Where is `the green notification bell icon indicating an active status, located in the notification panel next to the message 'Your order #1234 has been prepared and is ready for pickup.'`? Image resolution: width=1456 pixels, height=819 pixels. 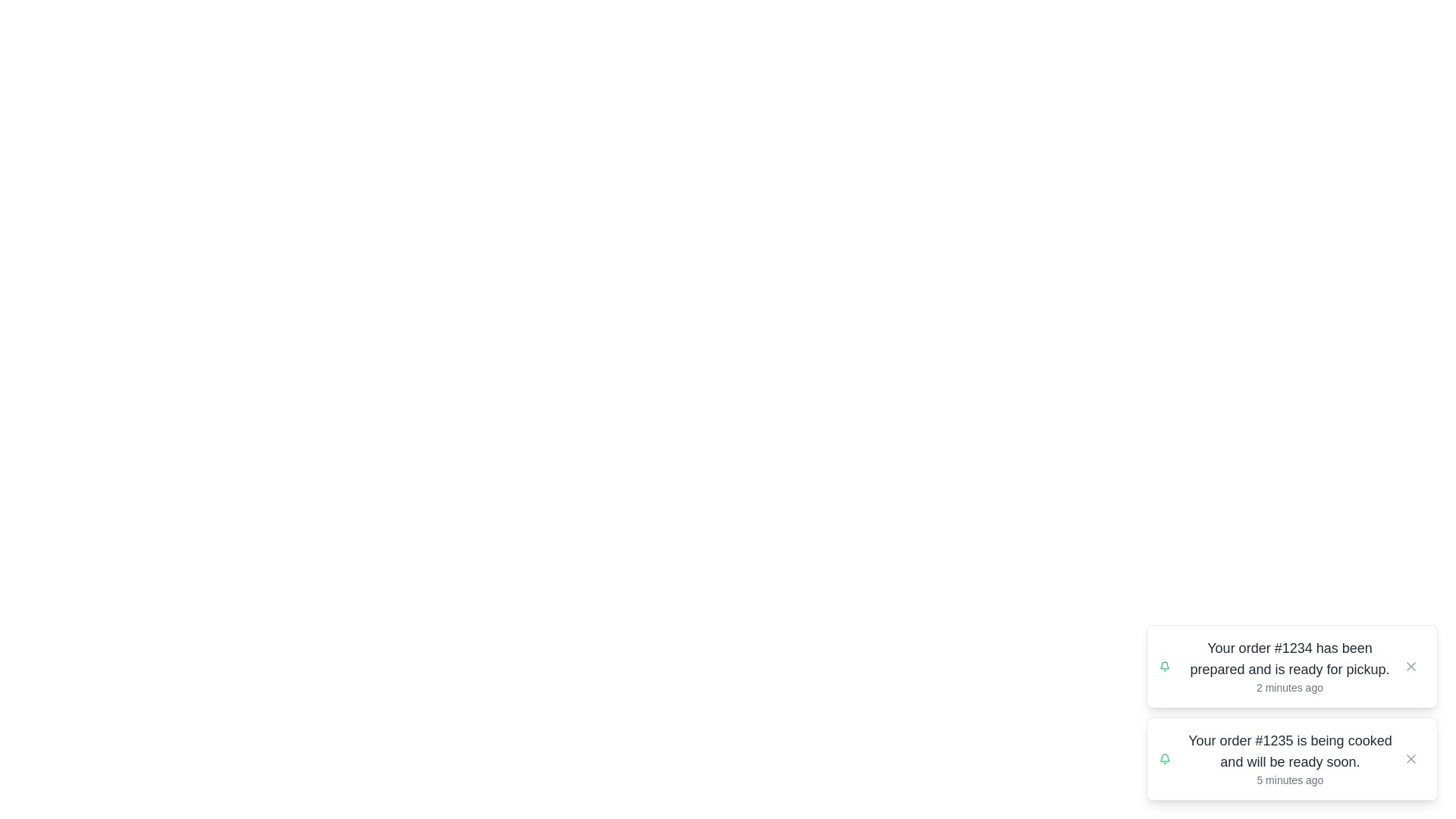 the green notification bell icon indicating an active status, located in the notification panel next to the message 'Your order #1234 has been prepared and is ready for pickup.' is located at coordinates (1164, 666).